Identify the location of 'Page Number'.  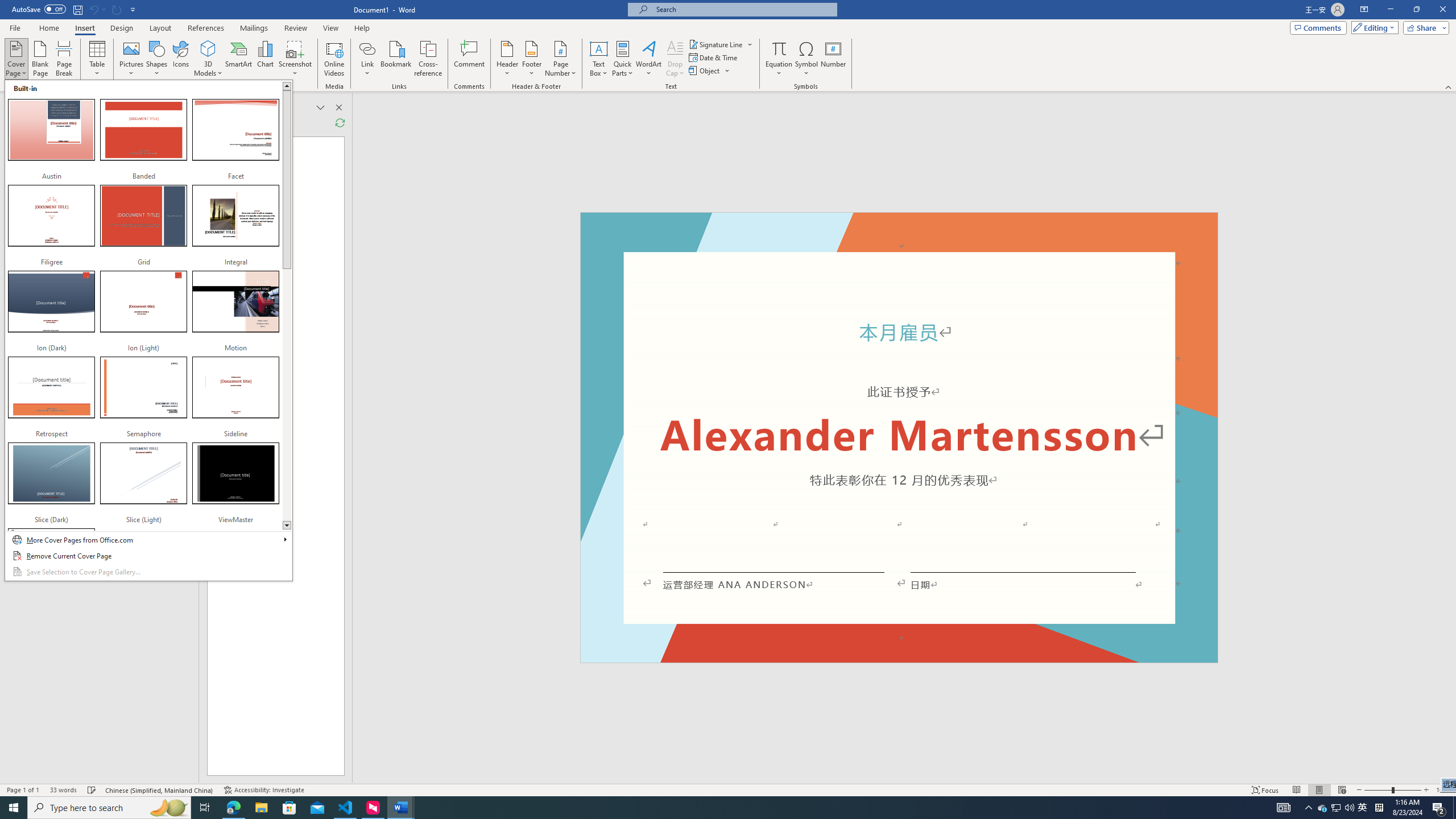
(560, 59).